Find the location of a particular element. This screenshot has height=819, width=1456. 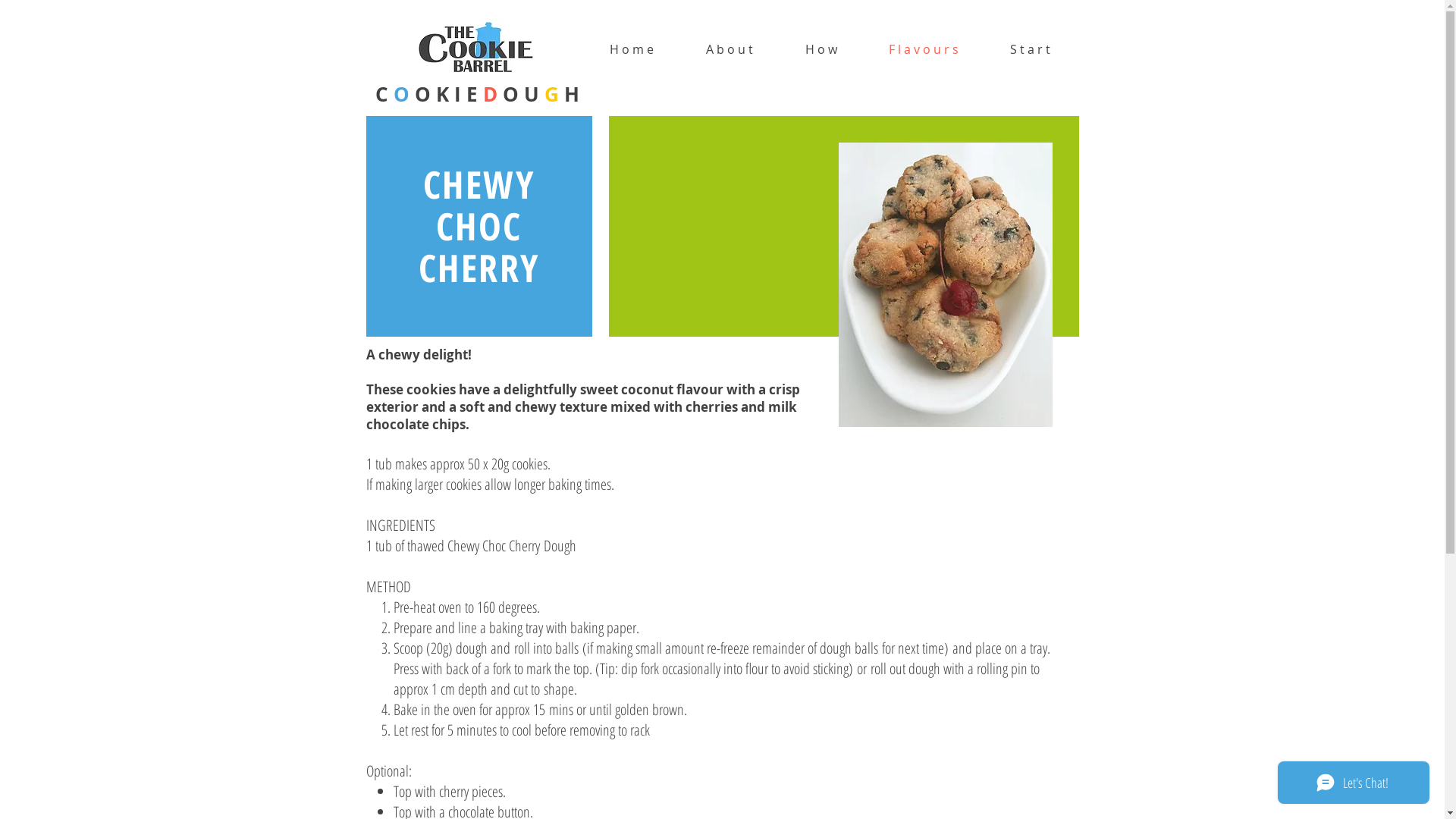

'H o w' is located at coordinates (821, 49).